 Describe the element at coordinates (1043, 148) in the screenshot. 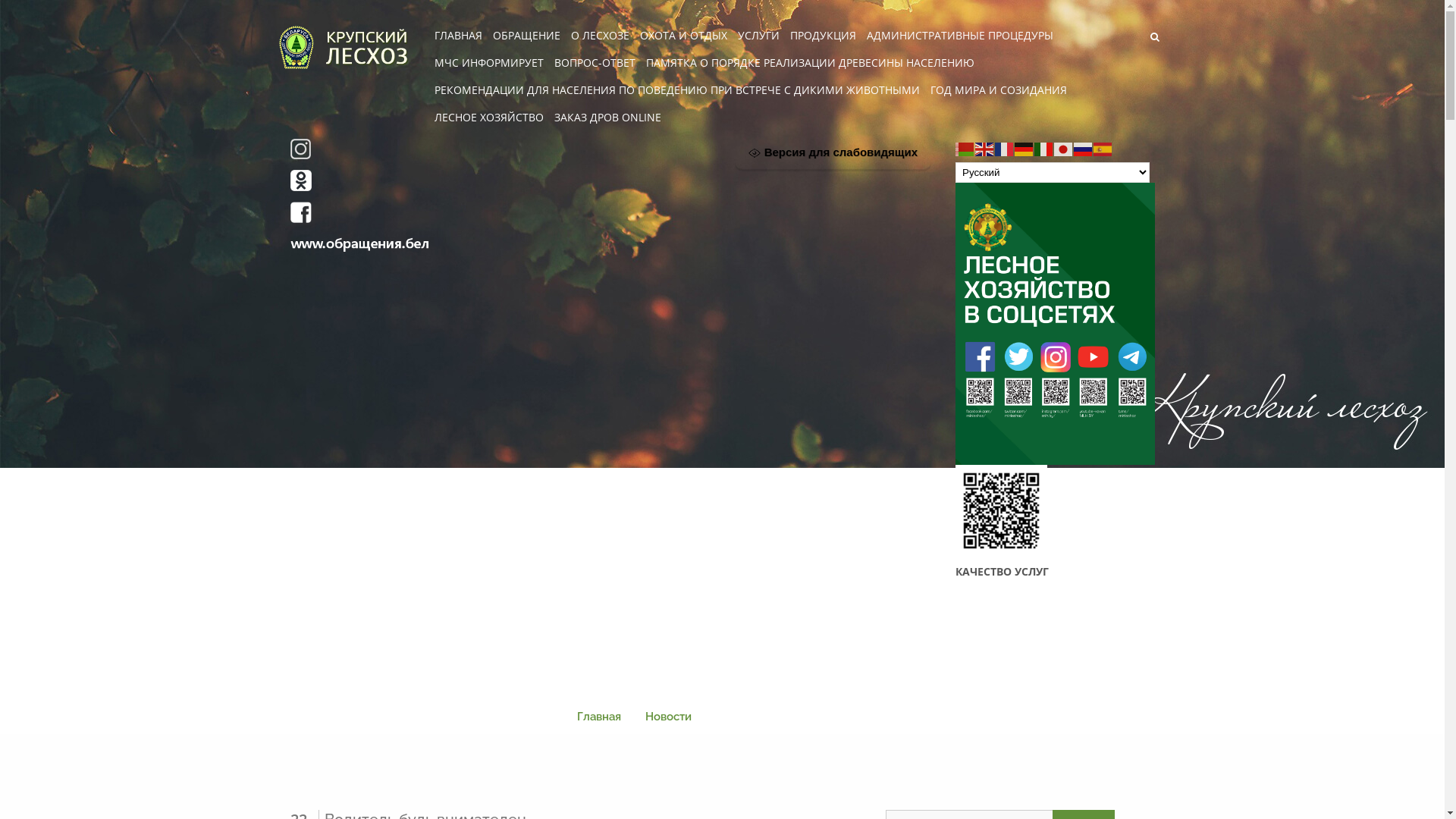

I see `'Italiano'` at that location.